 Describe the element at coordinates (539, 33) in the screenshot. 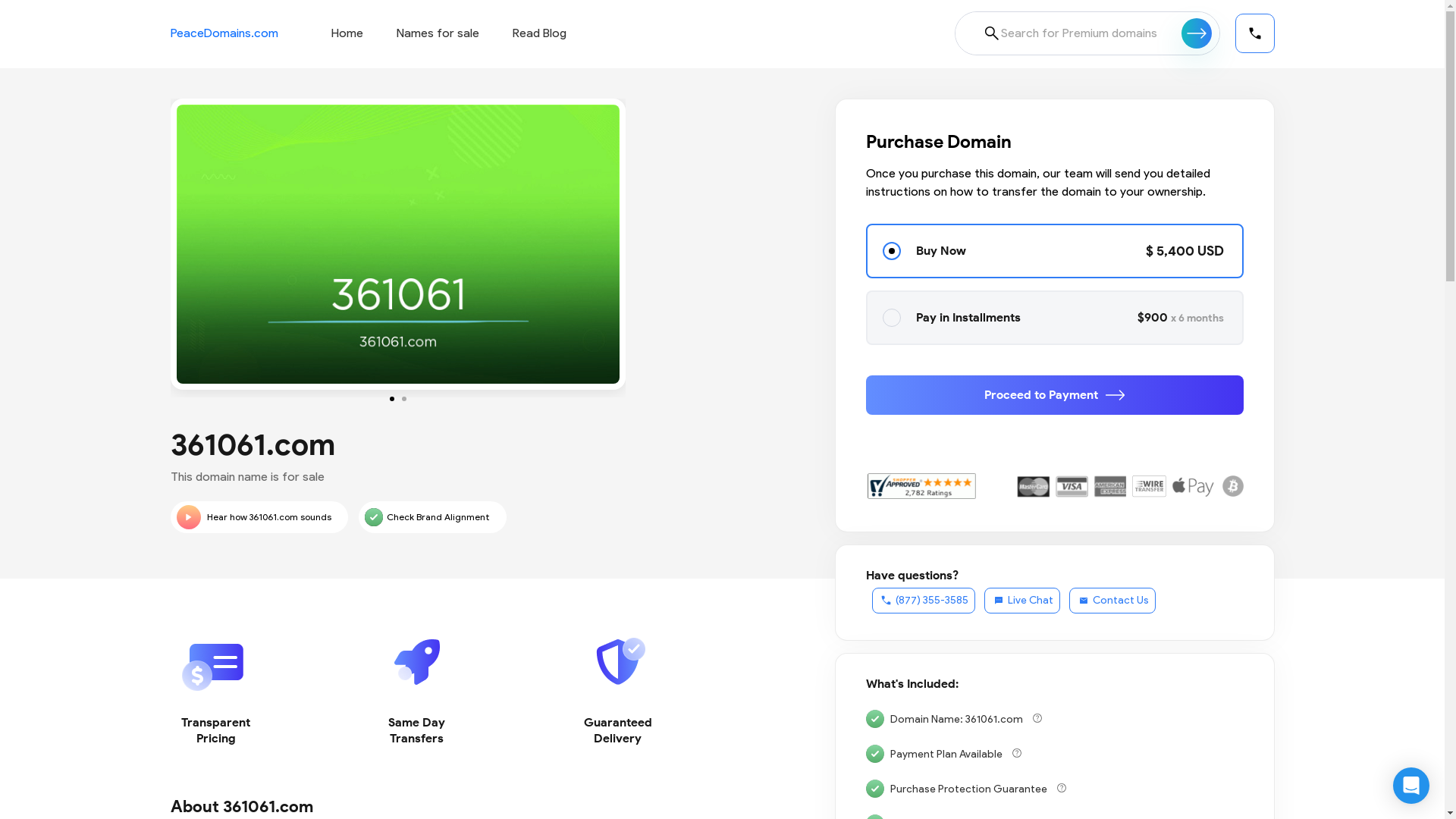

I see `'Read Blog'` at that location.